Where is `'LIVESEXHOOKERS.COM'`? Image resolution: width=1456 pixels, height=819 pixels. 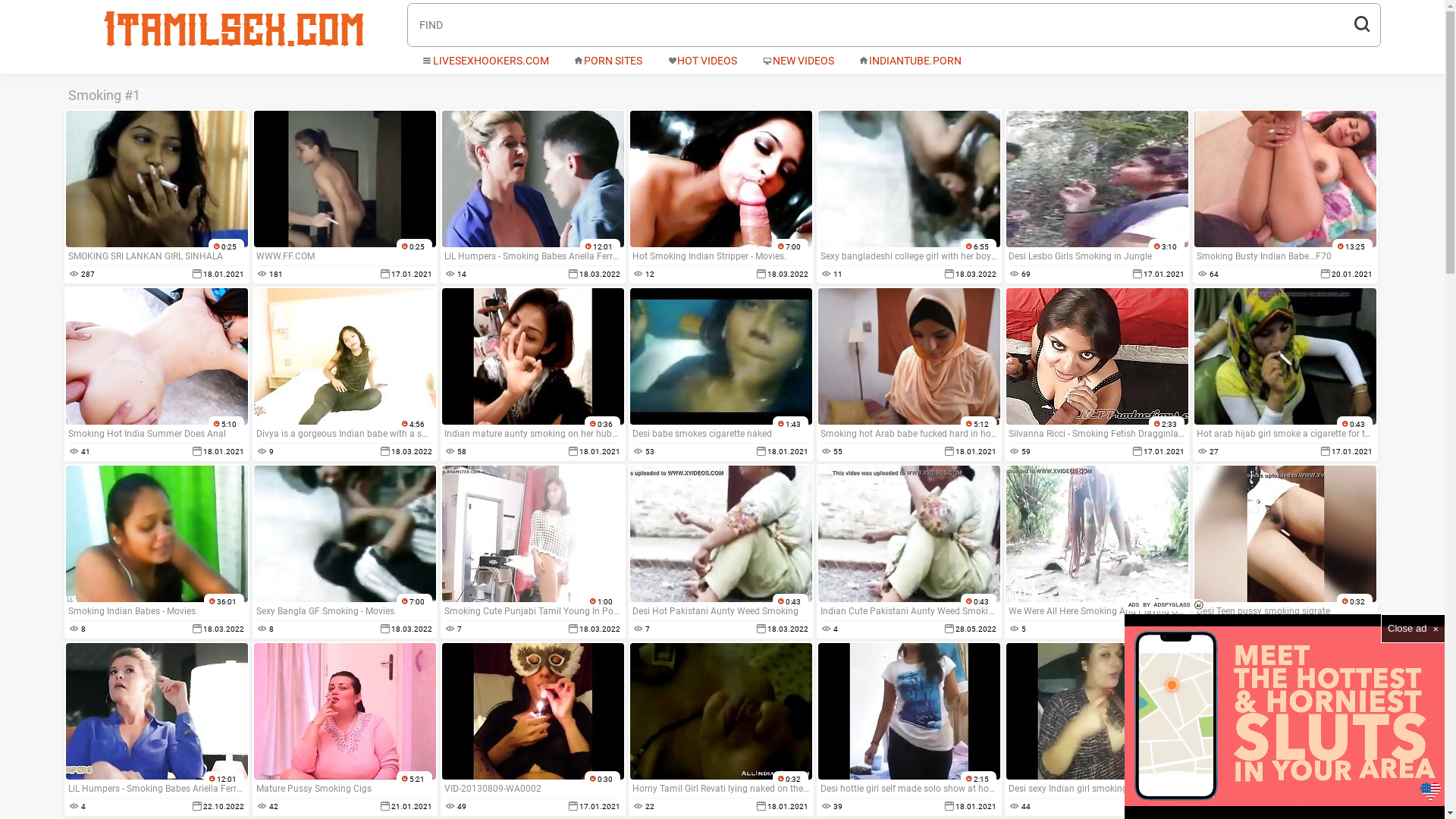
'LIVESEXHOOKERS.COM' is located at coordinates (484, 61).